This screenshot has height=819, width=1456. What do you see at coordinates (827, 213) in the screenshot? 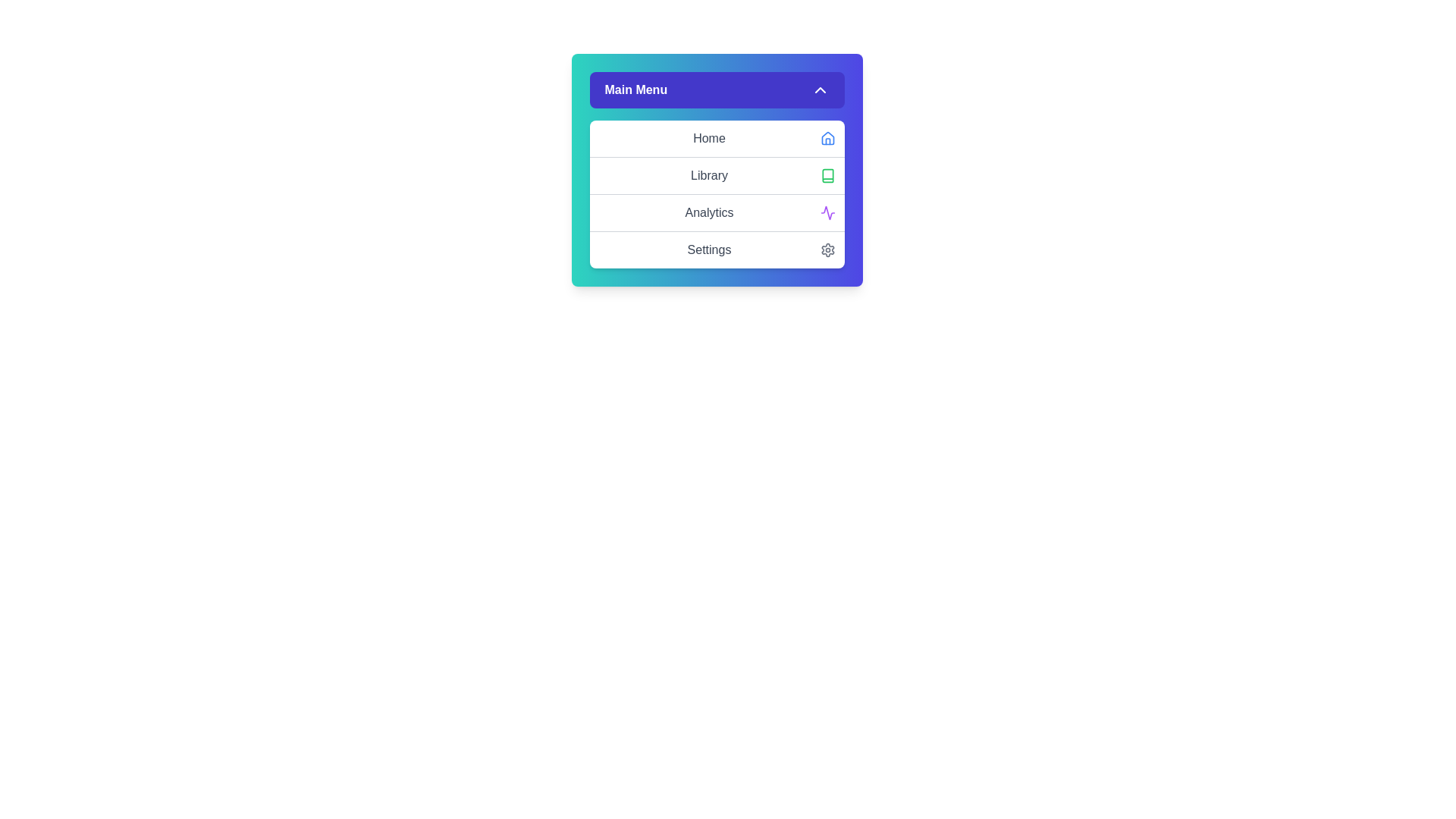
I see `the icon associated with the Analytics menu item` at bounding box center [827, 213].